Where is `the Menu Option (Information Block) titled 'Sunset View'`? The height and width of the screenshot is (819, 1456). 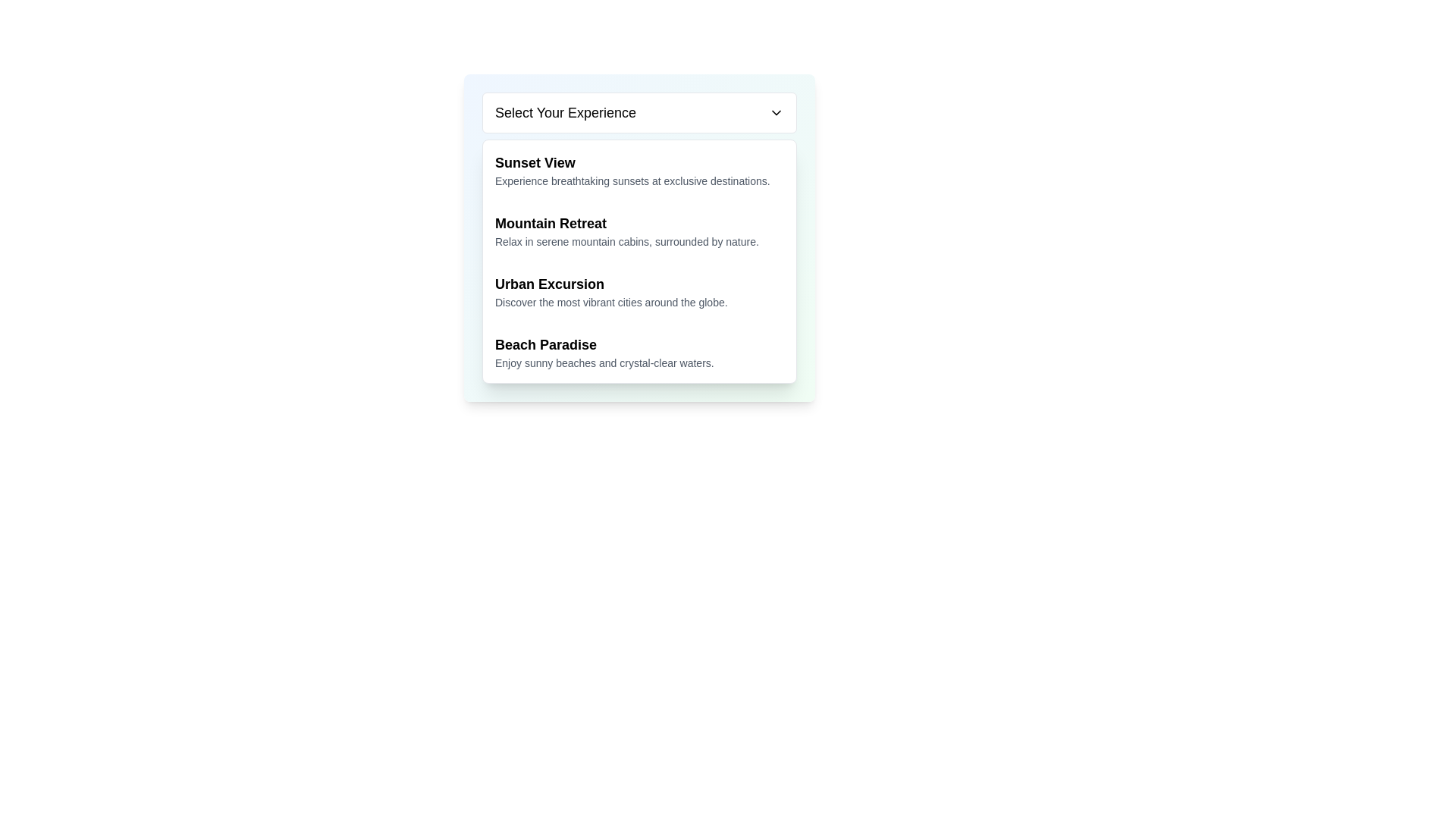 the Menu Option (Information Block) titled 'Sunset View' is located at coordinates (639, 170).